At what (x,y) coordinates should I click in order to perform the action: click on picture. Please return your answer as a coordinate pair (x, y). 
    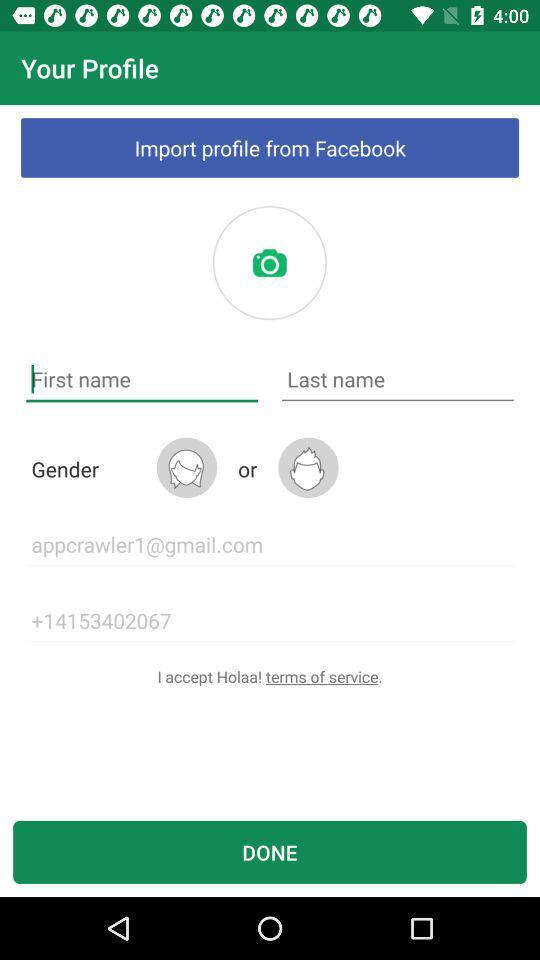
    Looking at the image, I should click on (269, 262).